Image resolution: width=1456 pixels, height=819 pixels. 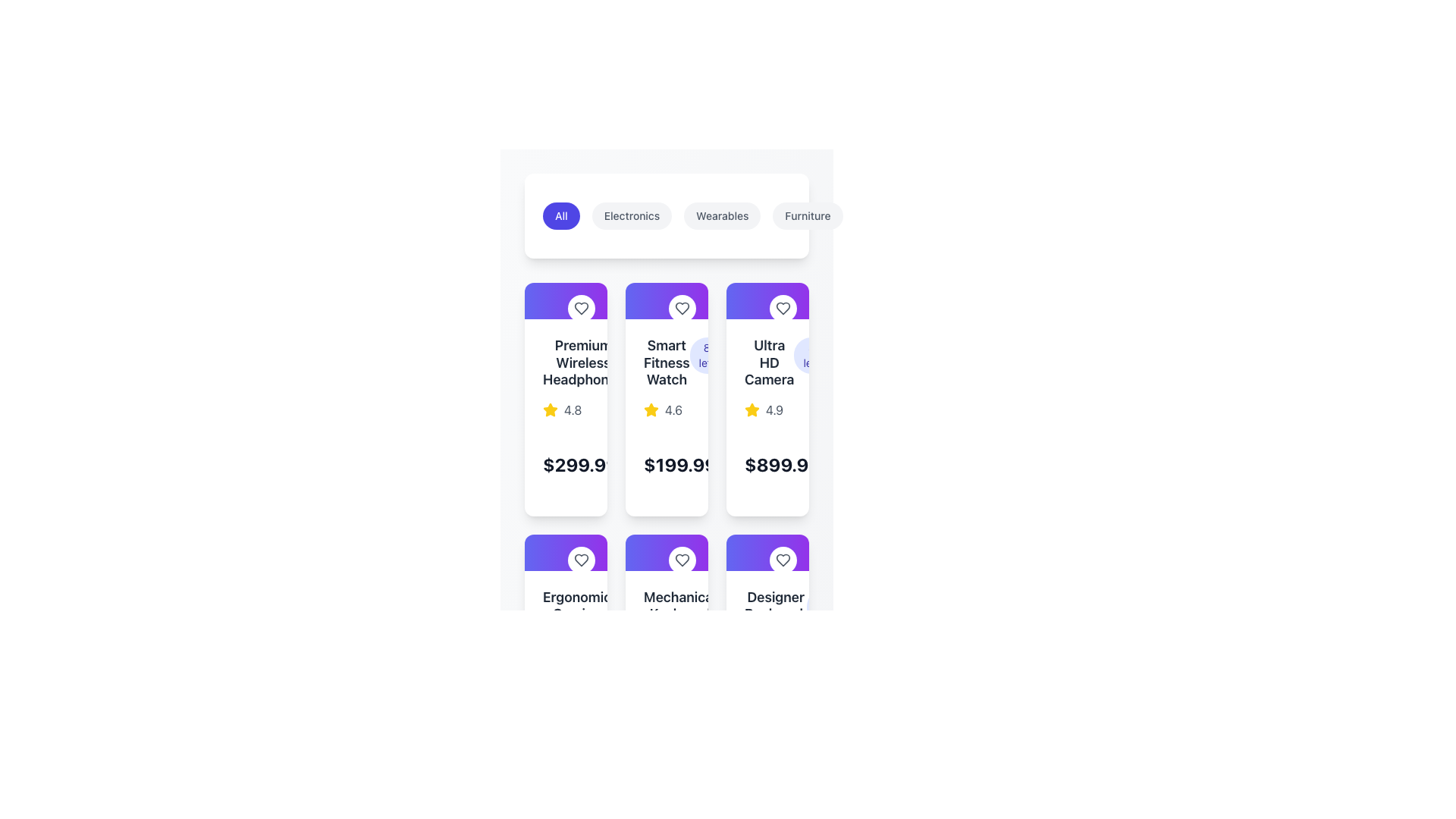 What do you see at coordinates (783, 308) in the screenshot?
I see `the heart icon button located at the top-right corner inside the card of 'Ultra HD Camera'` at bounding box center [783, 308].